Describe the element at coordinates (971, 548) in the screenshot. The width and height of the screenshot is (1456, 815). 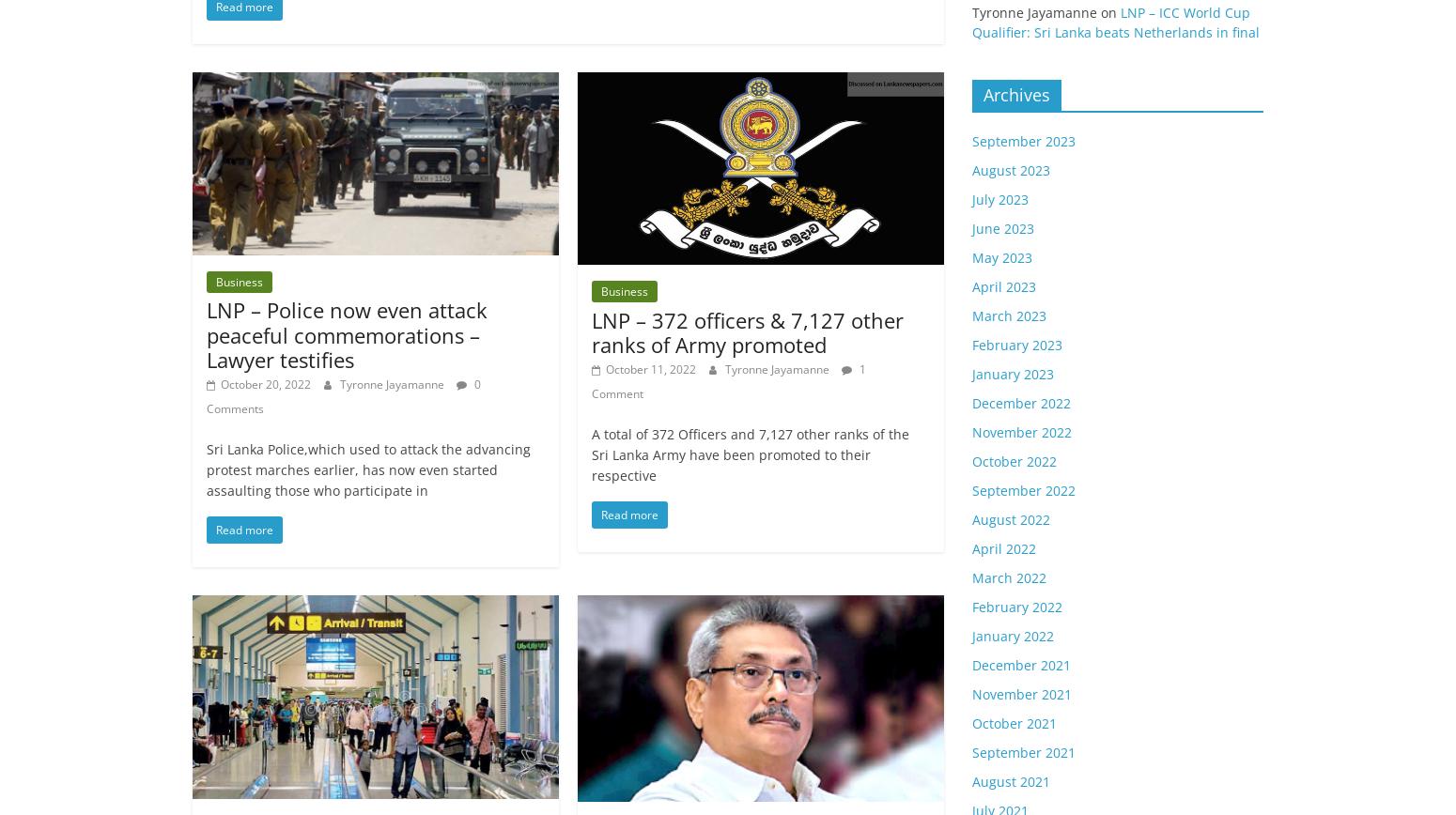
I see `'April 2022'` at that location.